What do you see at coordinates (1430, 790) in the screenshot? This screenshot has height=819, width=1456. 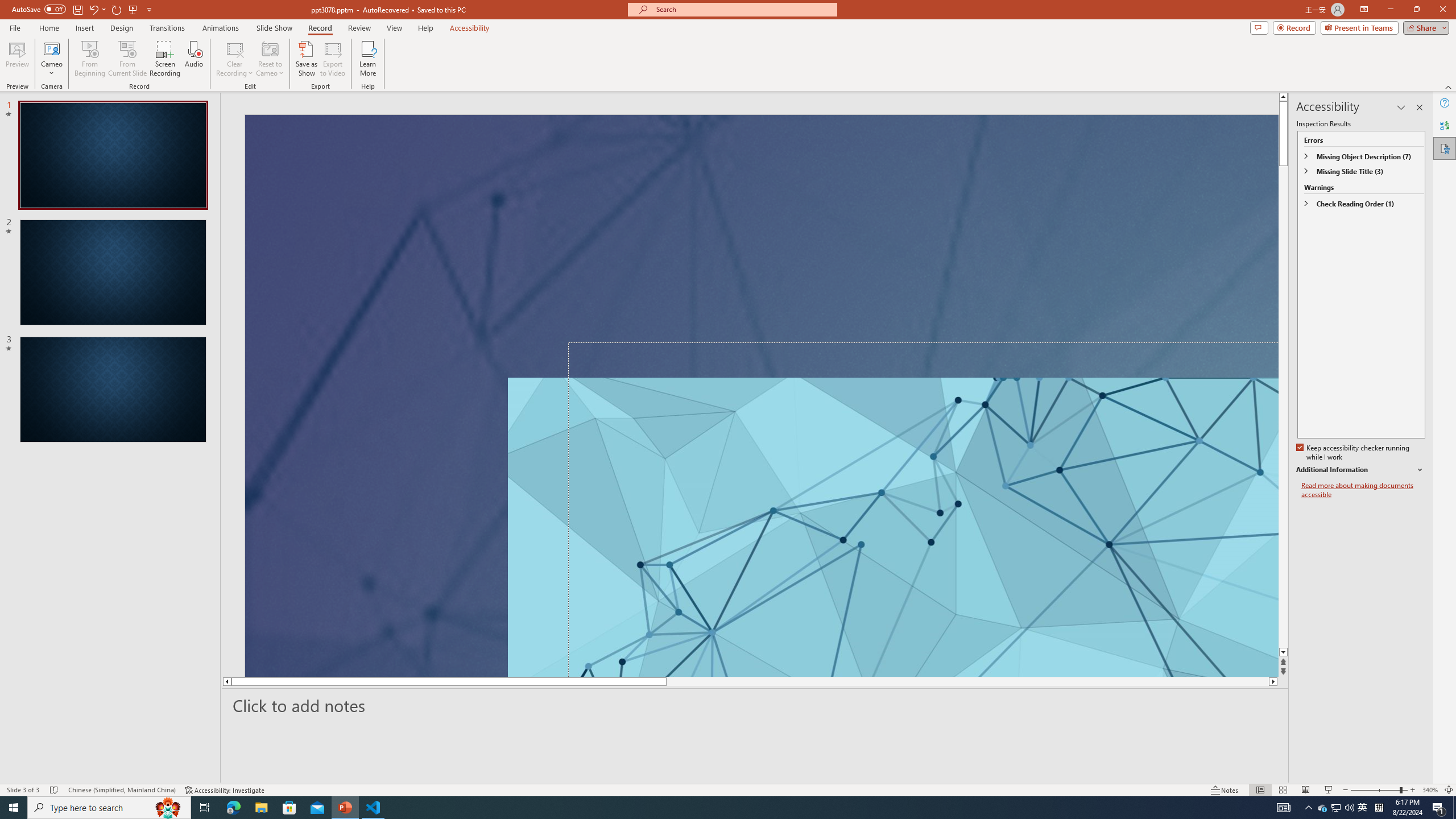 I see `'Zoom 340%'` at bounding box center [1430, 790].